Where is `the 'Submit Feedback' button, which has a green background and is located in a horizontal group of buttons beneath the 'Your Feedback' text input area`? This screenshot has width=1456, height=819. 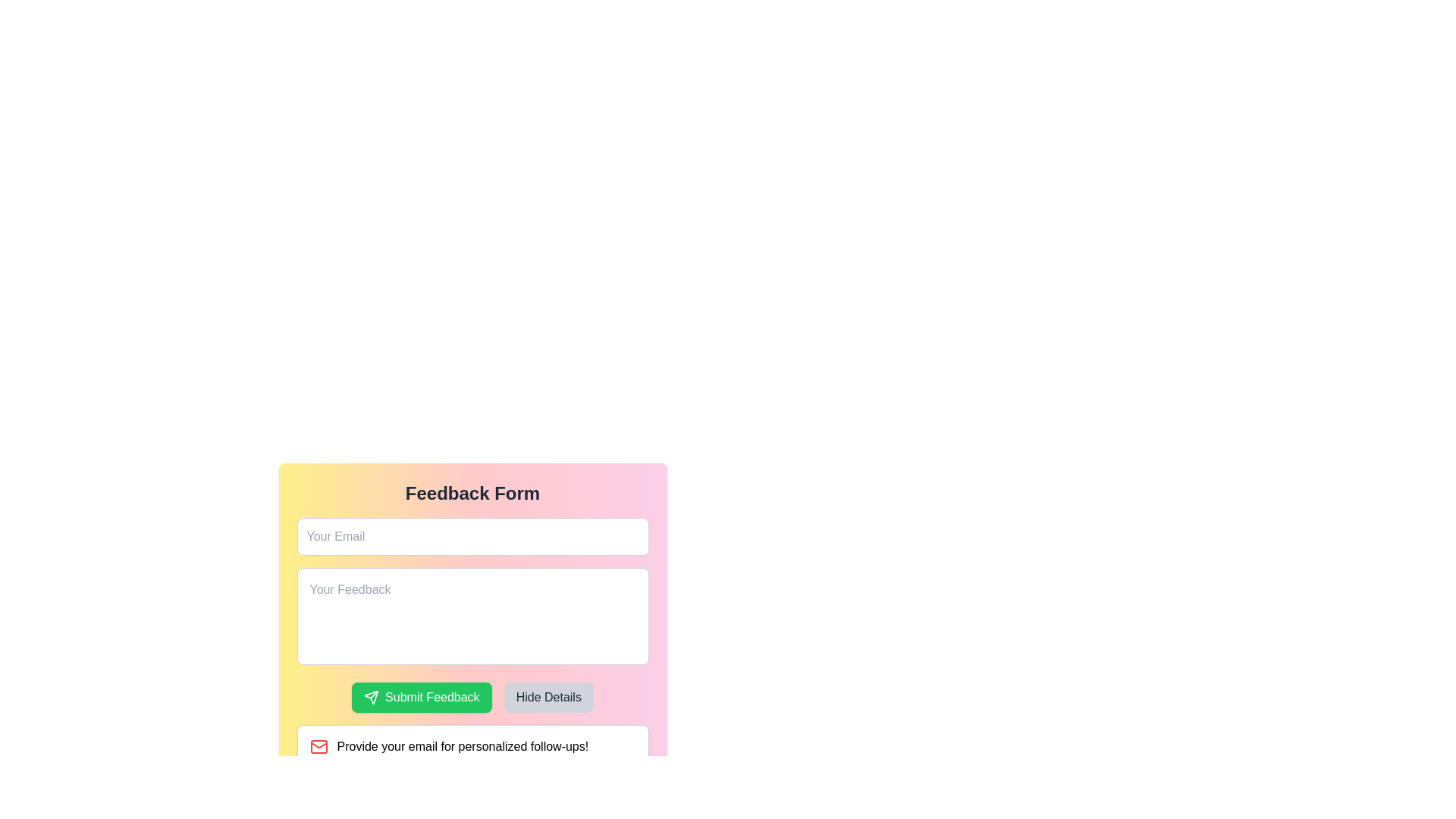
the 'Submit Feedback' button, which has a green background and is located in a horizontal group of buttons beneath the 'Your Feedback' text input area is located at coordinates (472, 698).